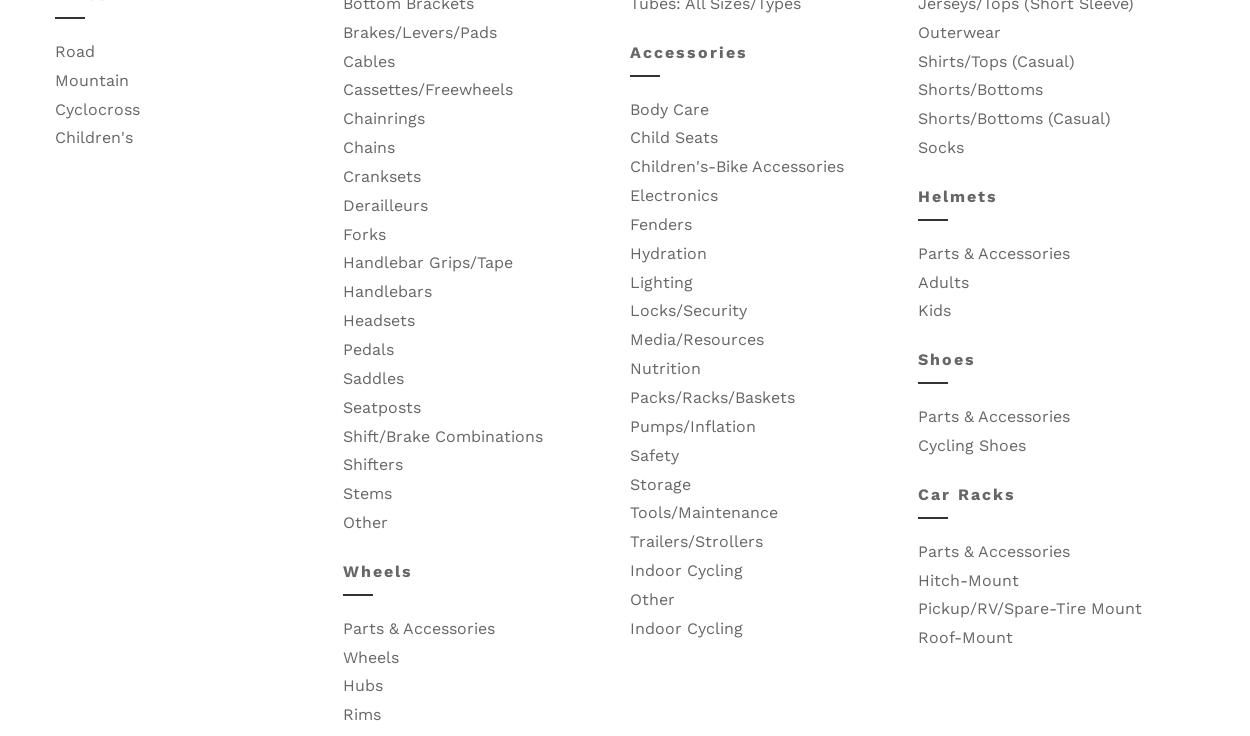 The height and width of the screenshot is (736, 1250). I want to click on 'Shorts/Bottoms', so click(917, 89).